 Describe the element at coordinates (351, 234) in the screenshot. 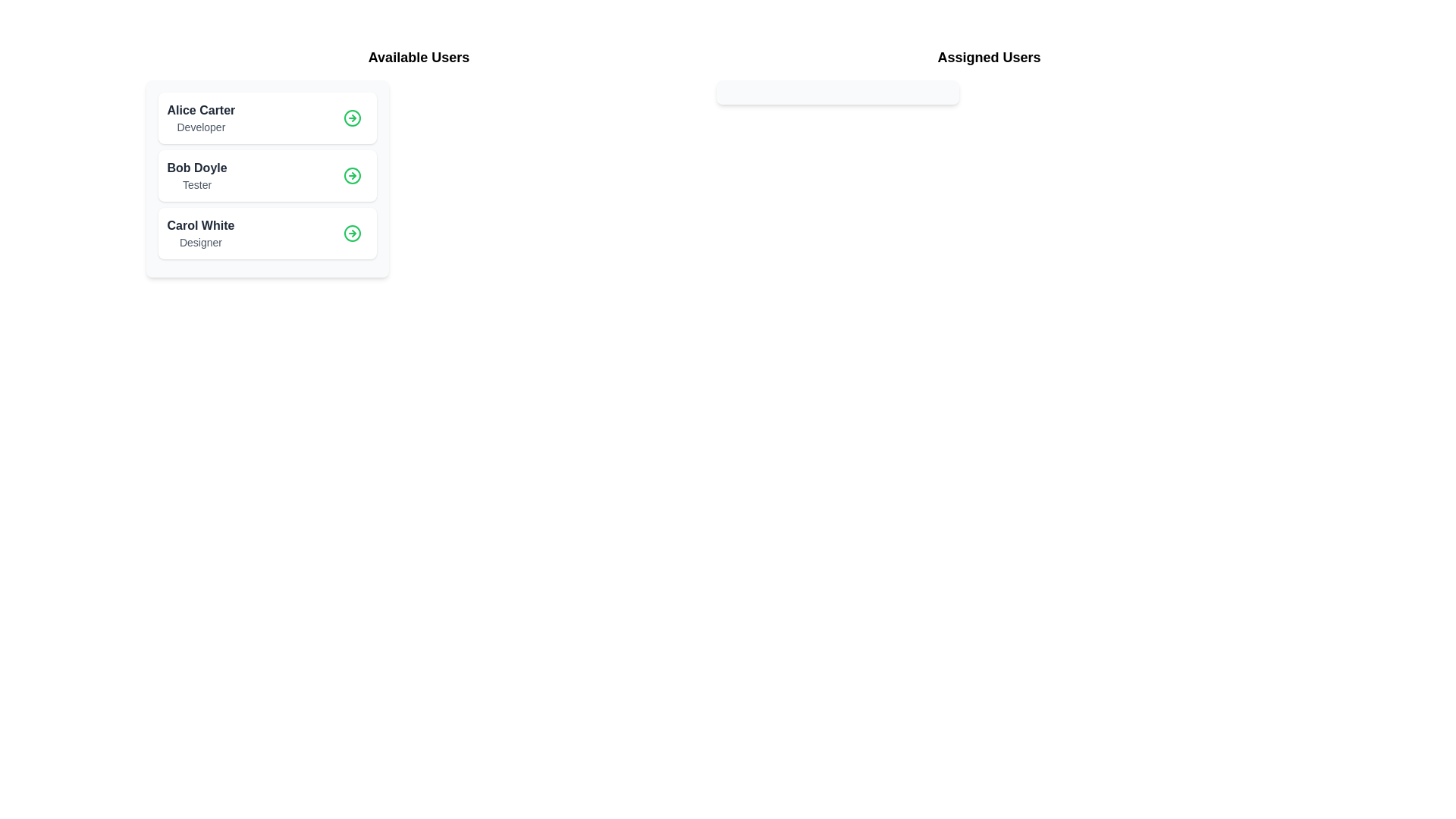

I see `details button for the user Carol White in the 'Available Users' list` at that location.